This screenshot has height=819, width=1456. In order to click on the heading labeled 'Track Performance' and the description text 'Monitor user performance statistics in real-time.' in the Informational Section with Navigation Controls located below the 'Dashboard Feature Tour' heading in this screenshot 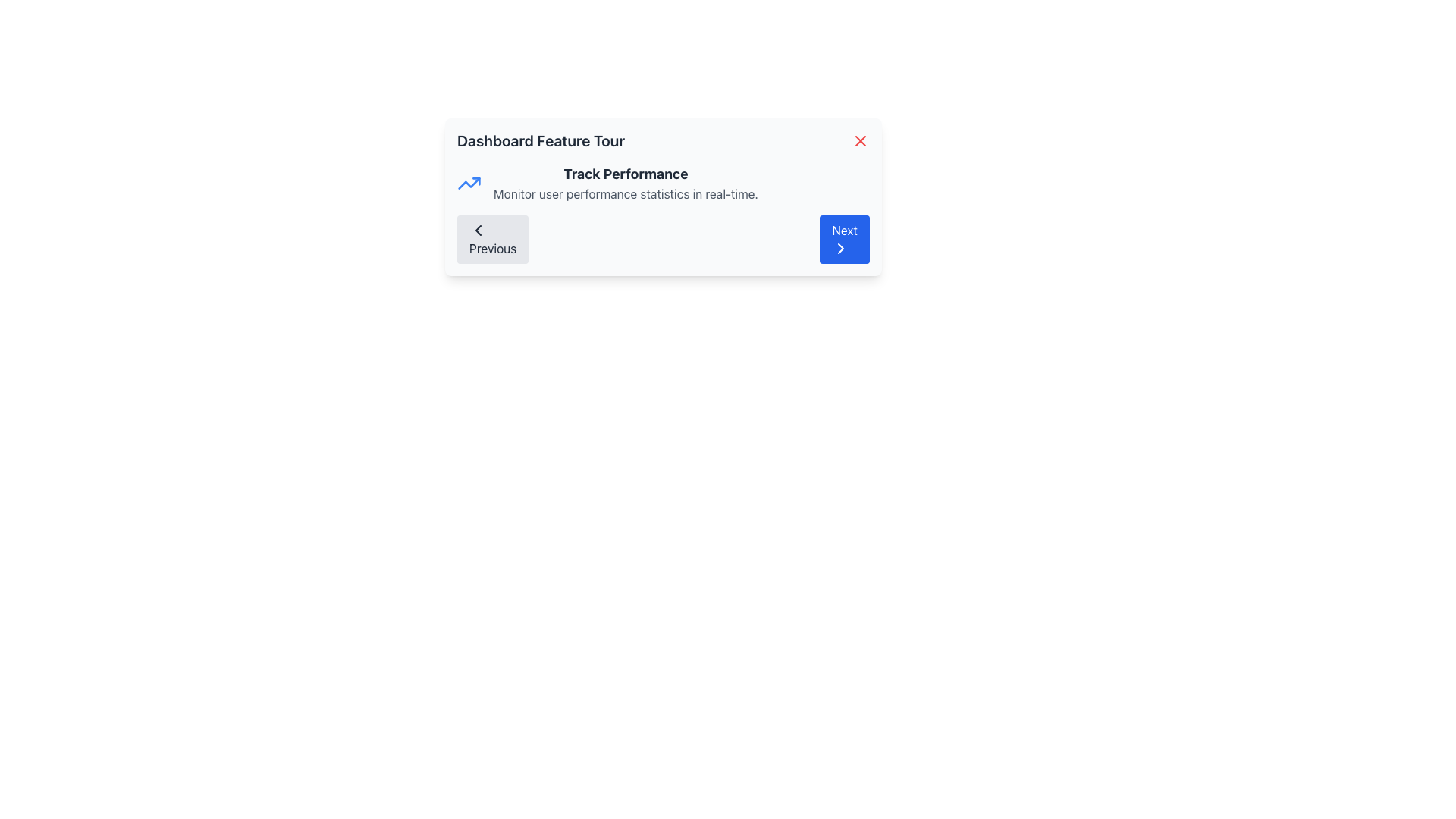, I will do `click(663, 213)`.